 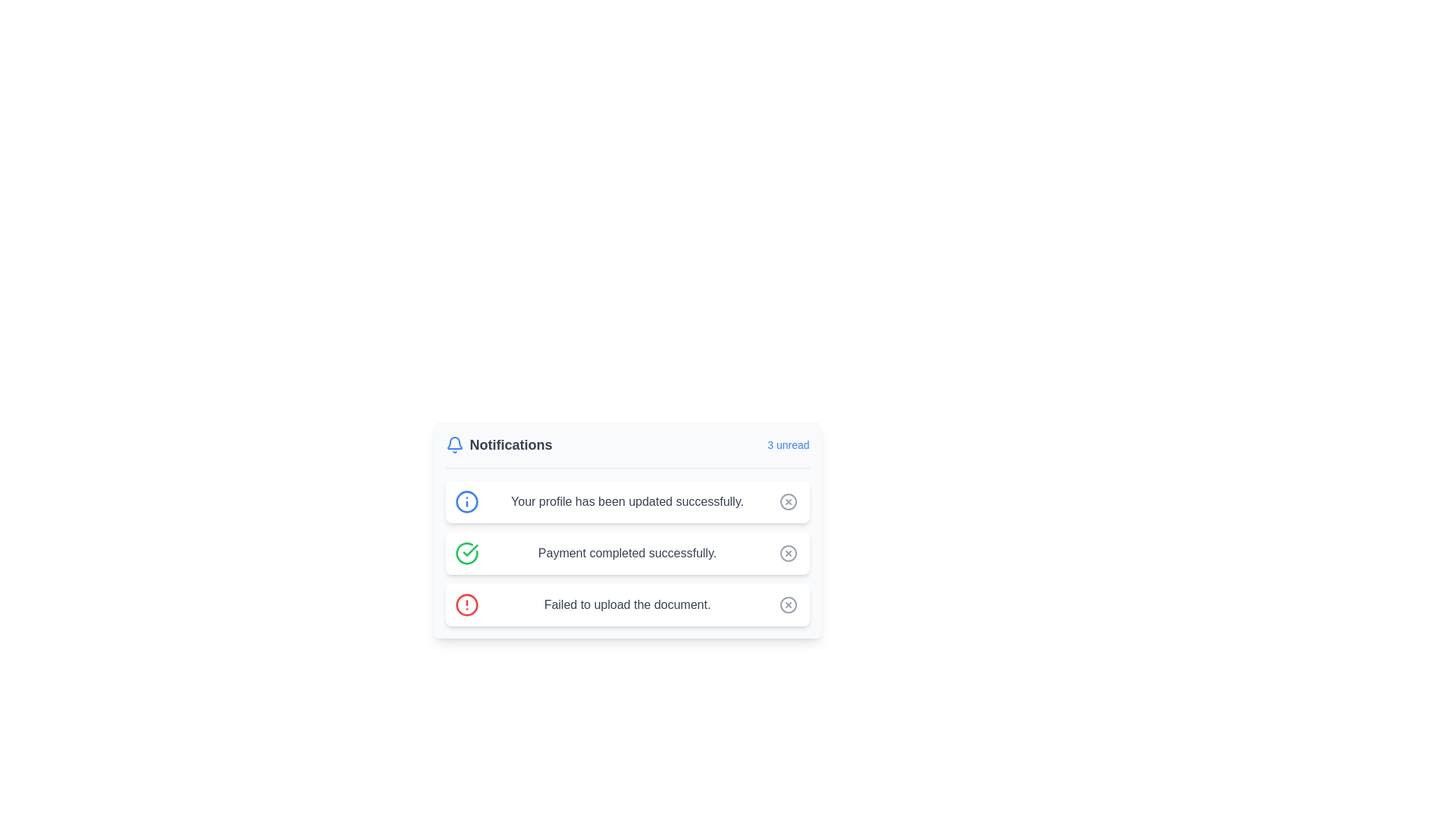 What do you see at coordinates (627, 502) in the screenshot?
I see `message from the Notification box, which is the first entry in the vertical list of notifications below the 'Notifications' heading` at bounding box center [627, 502].